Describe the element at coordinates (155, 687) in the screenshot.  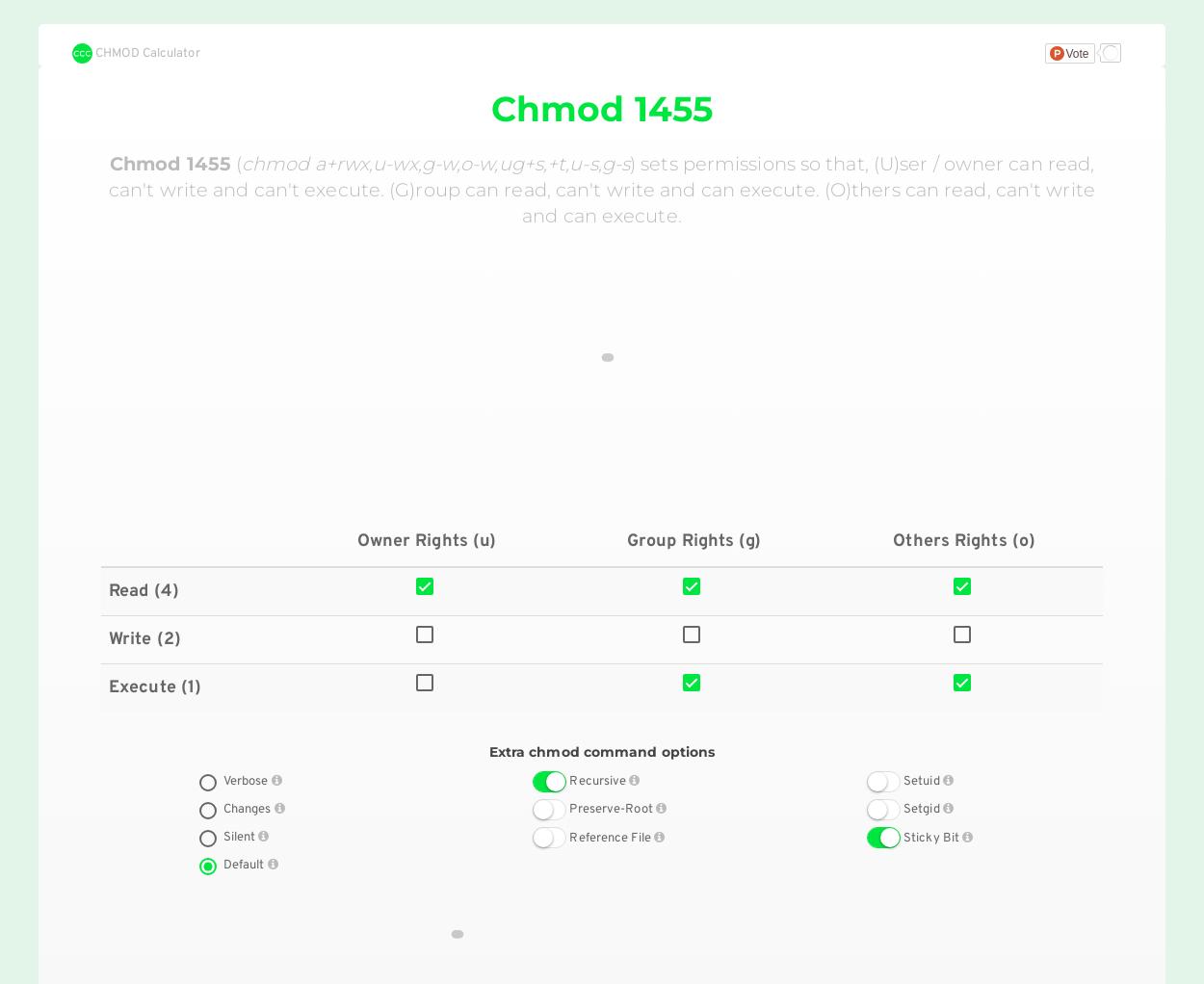
I see `'Execute (1)'` at that location.